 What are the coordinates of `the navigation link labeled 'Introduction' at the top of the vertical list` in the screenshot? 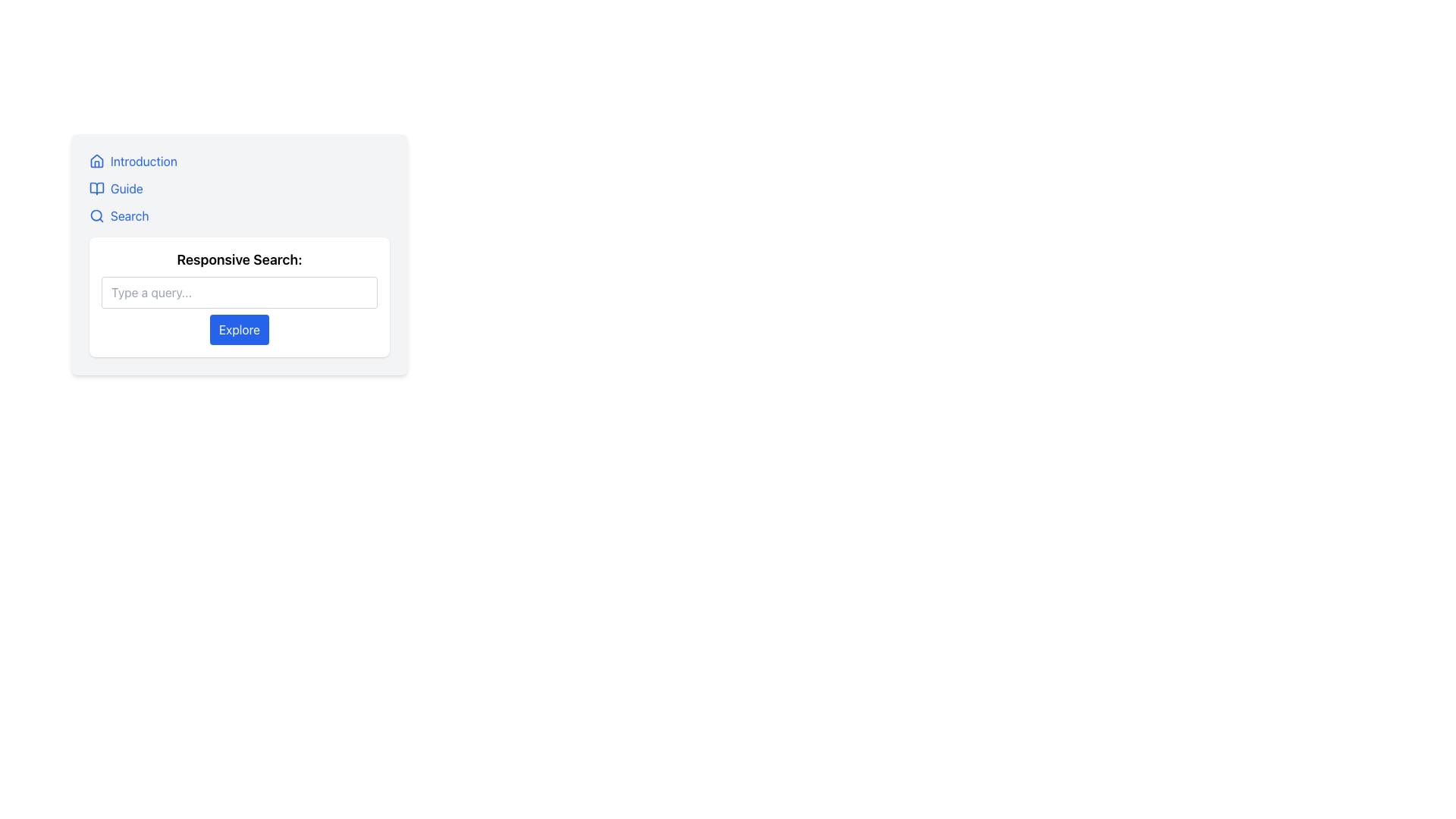 It's located at (239, 161).